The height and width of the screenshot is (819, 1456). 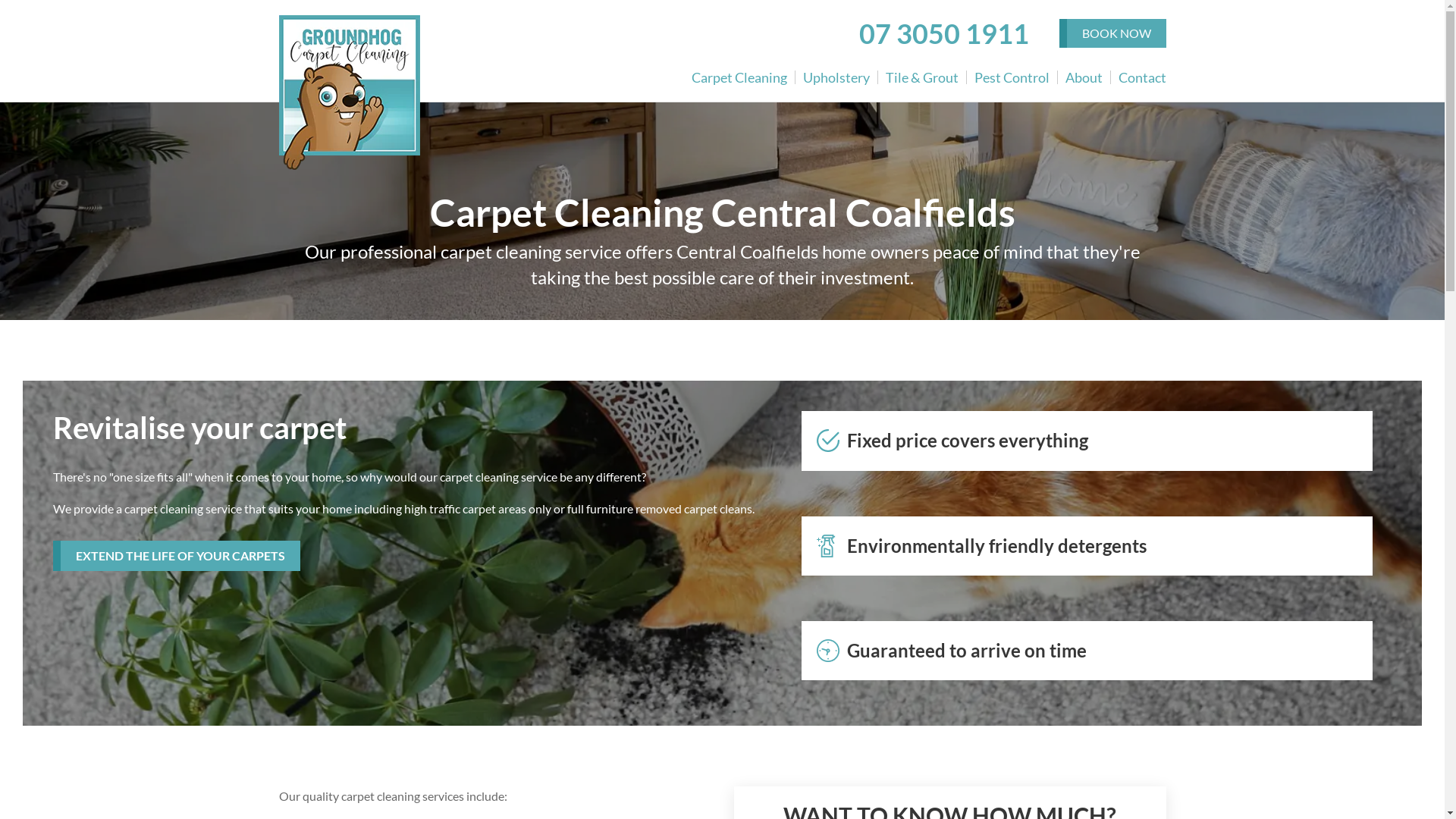 What do you see at coordinates (743, 77) in the screenshot?
I see `'Carpet Cleaning'` at bounding box center [743, 77].